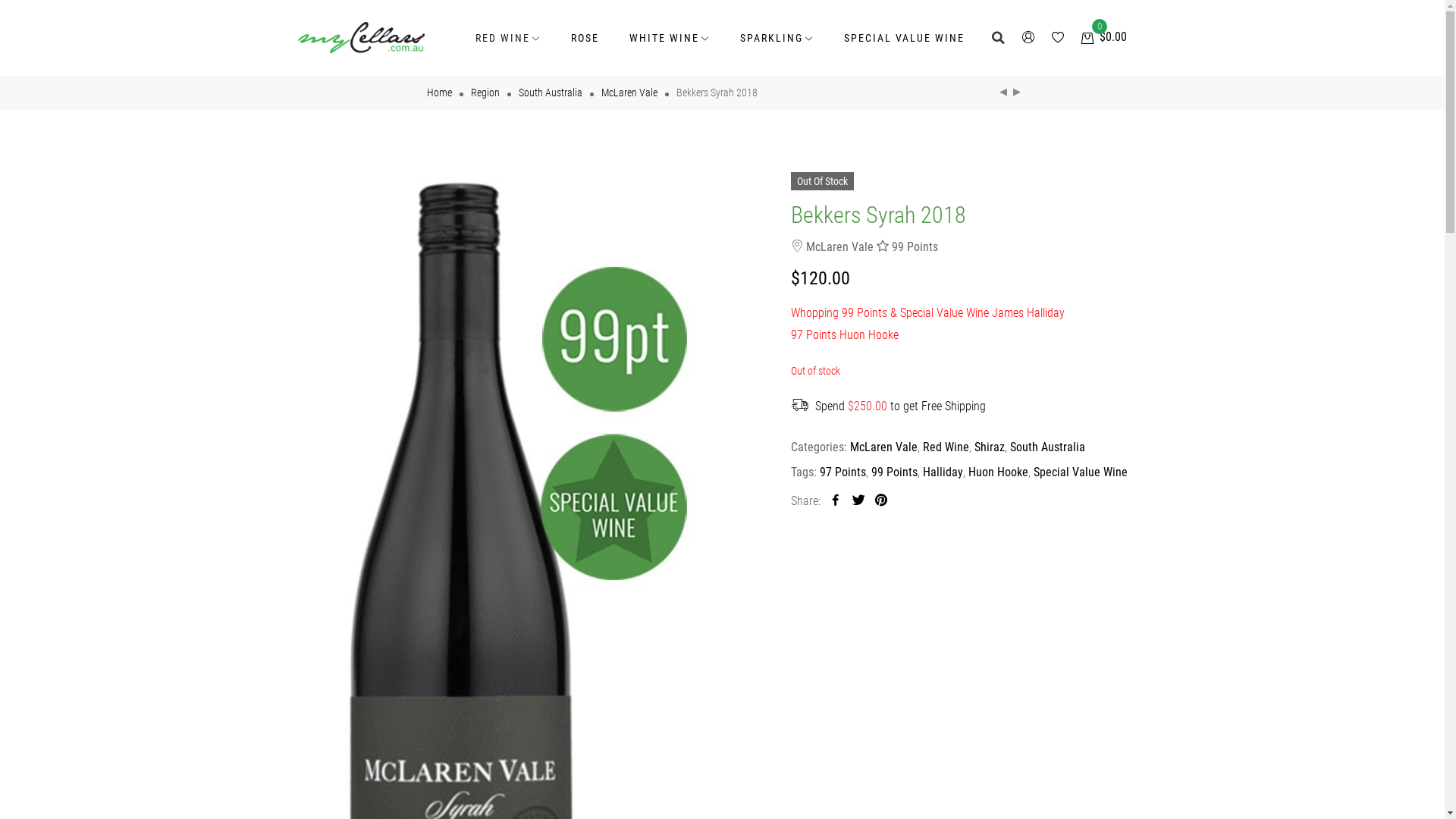 This screenshot has width=1456, height=819. I want to click on 'Red Wine', so click(944, 446).